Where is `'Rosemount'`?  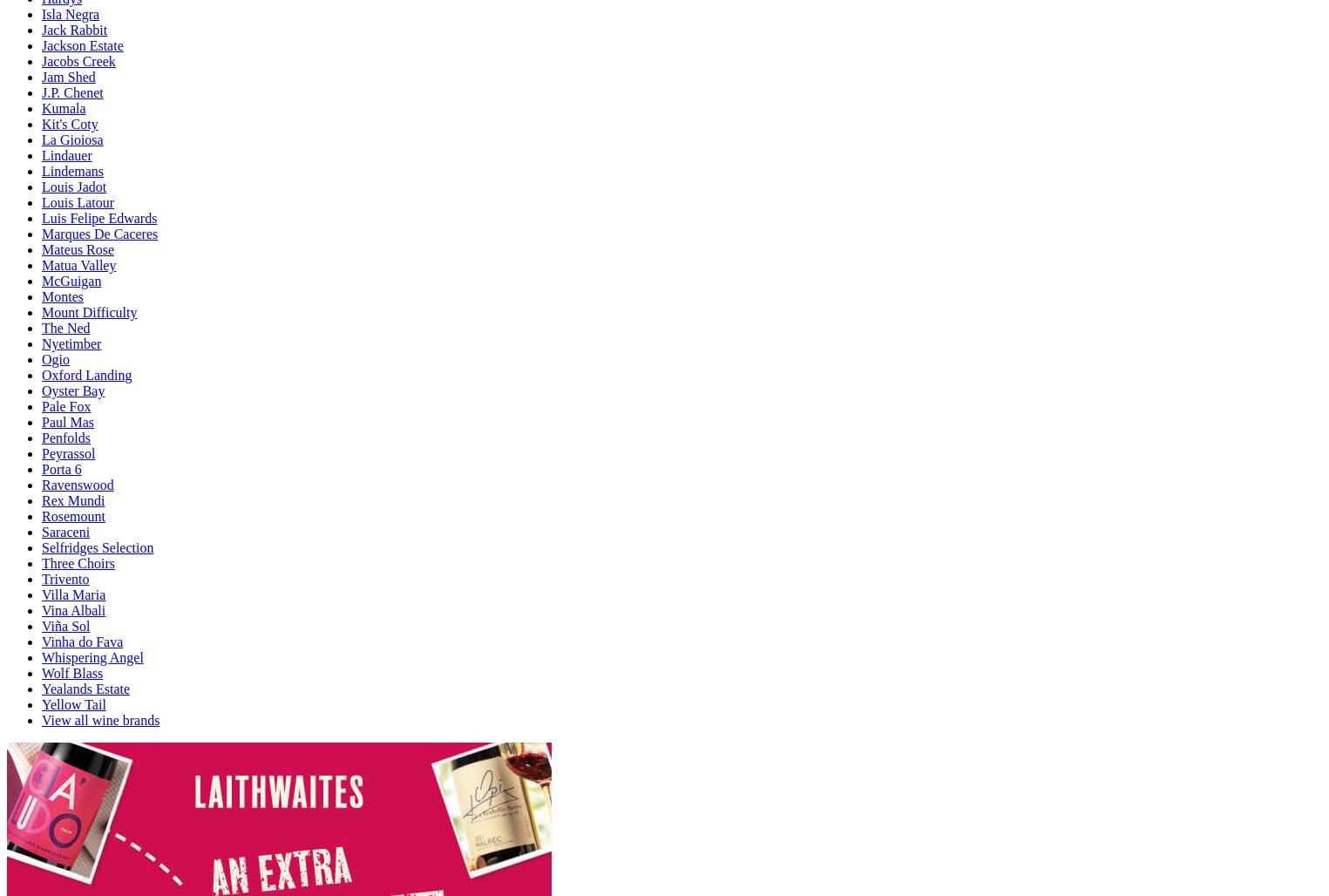
'Rosemount' is located at coordinates (41, 514).